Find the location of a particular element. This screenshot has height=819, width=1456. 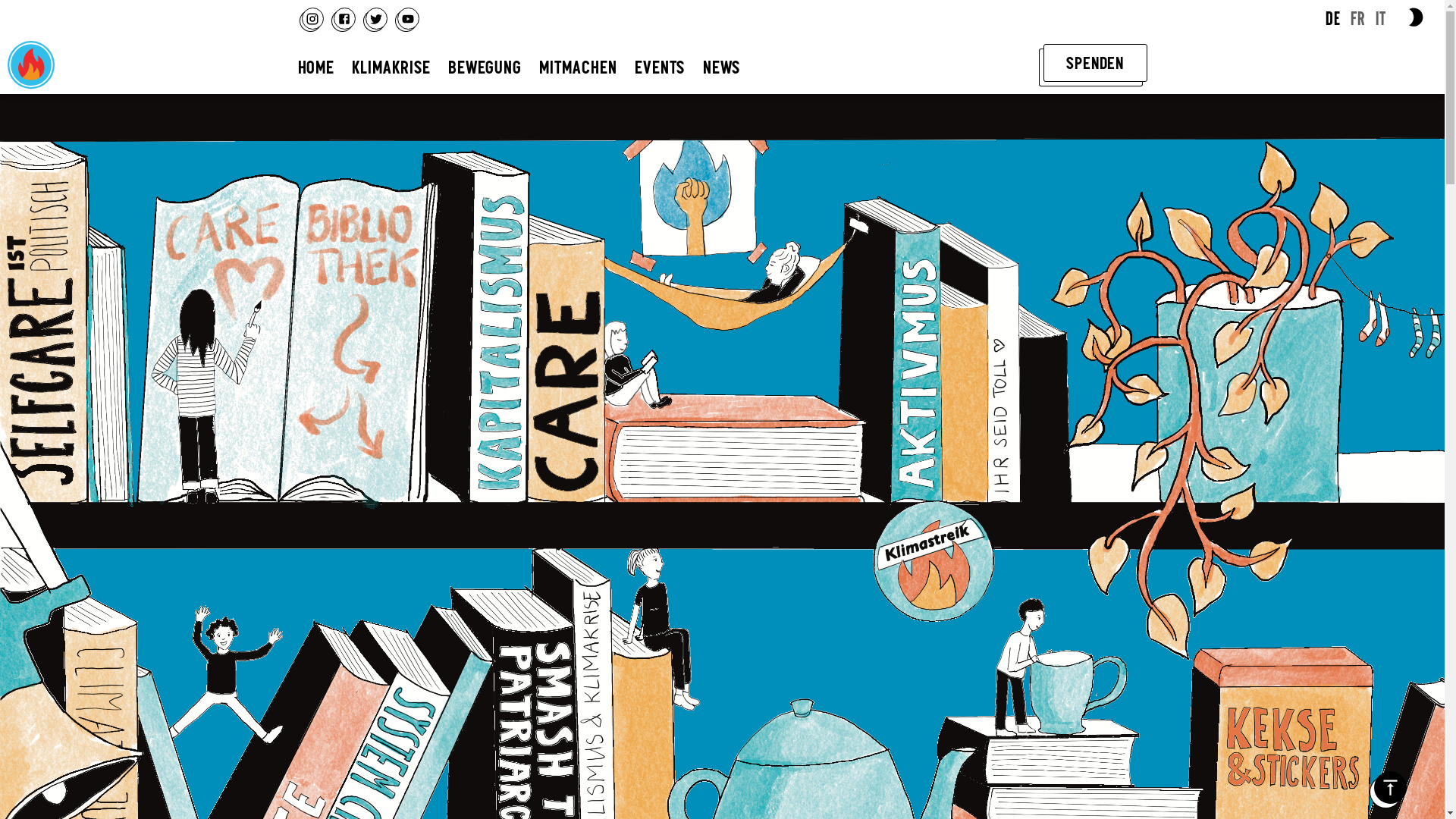

'KLIMAKRISE' is located at coordinates (391, 65).